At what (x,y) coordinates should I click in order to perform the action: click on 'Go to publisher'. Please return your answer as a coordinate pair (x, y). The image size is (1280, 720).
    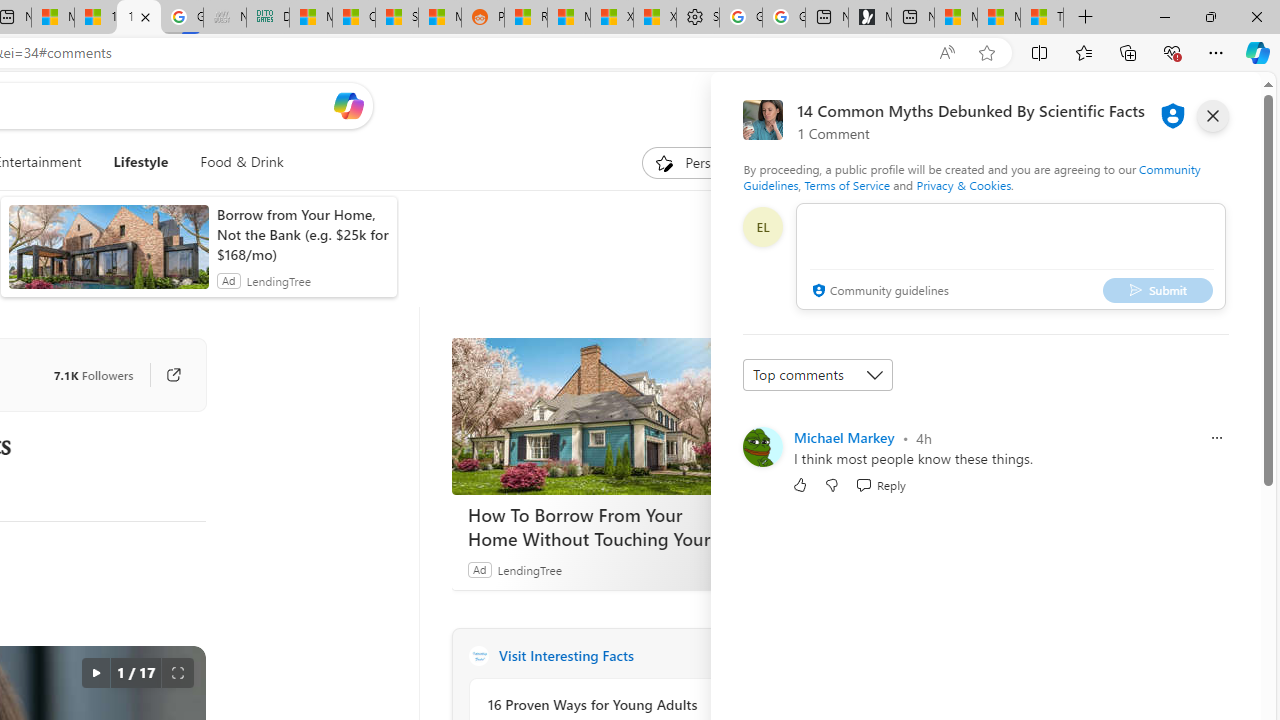
    Looking at the image, I should click on (163, 375).